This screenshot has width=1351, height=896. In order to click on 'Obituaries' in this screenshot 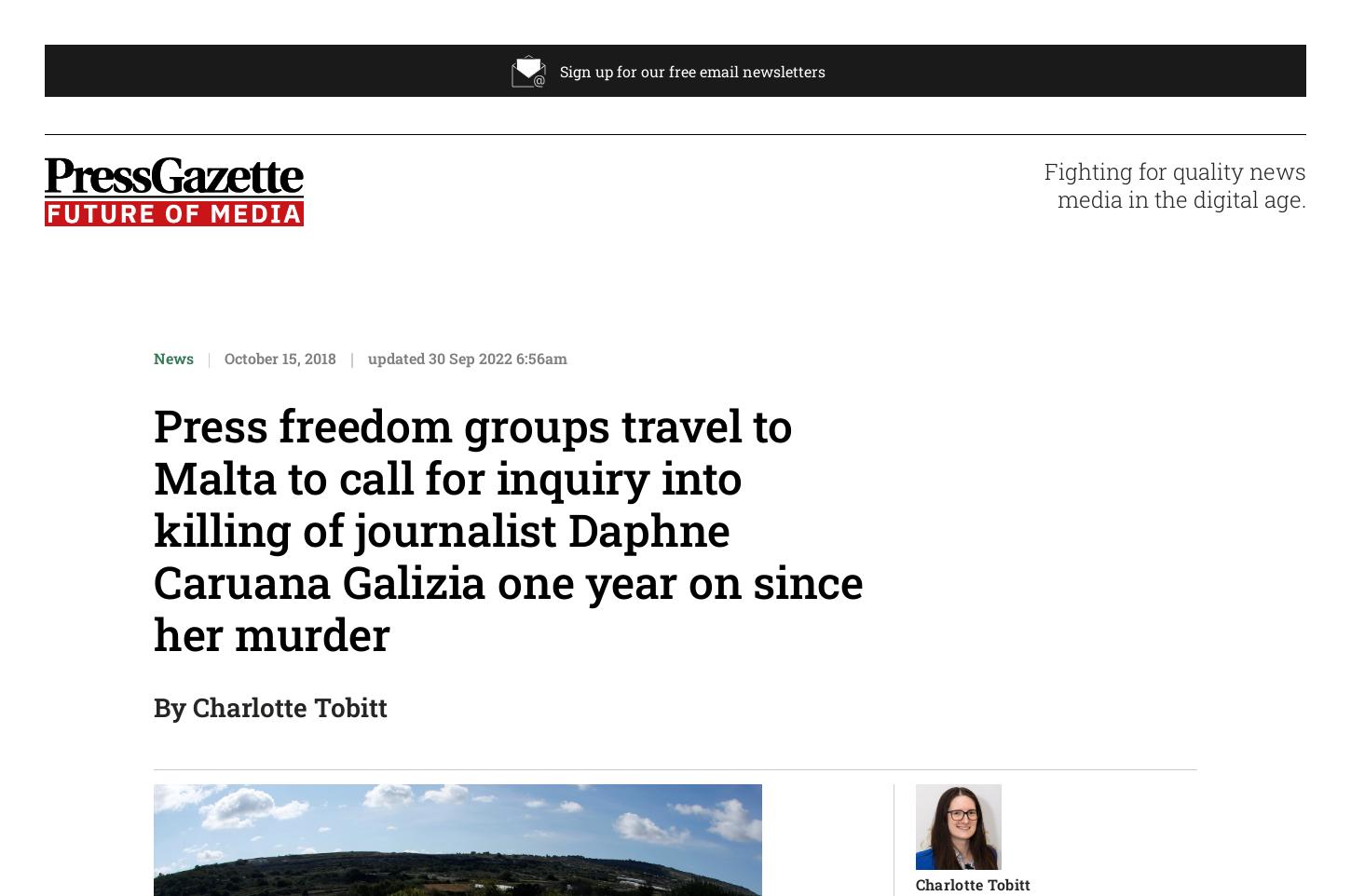, I will do `click(752, 606)`.